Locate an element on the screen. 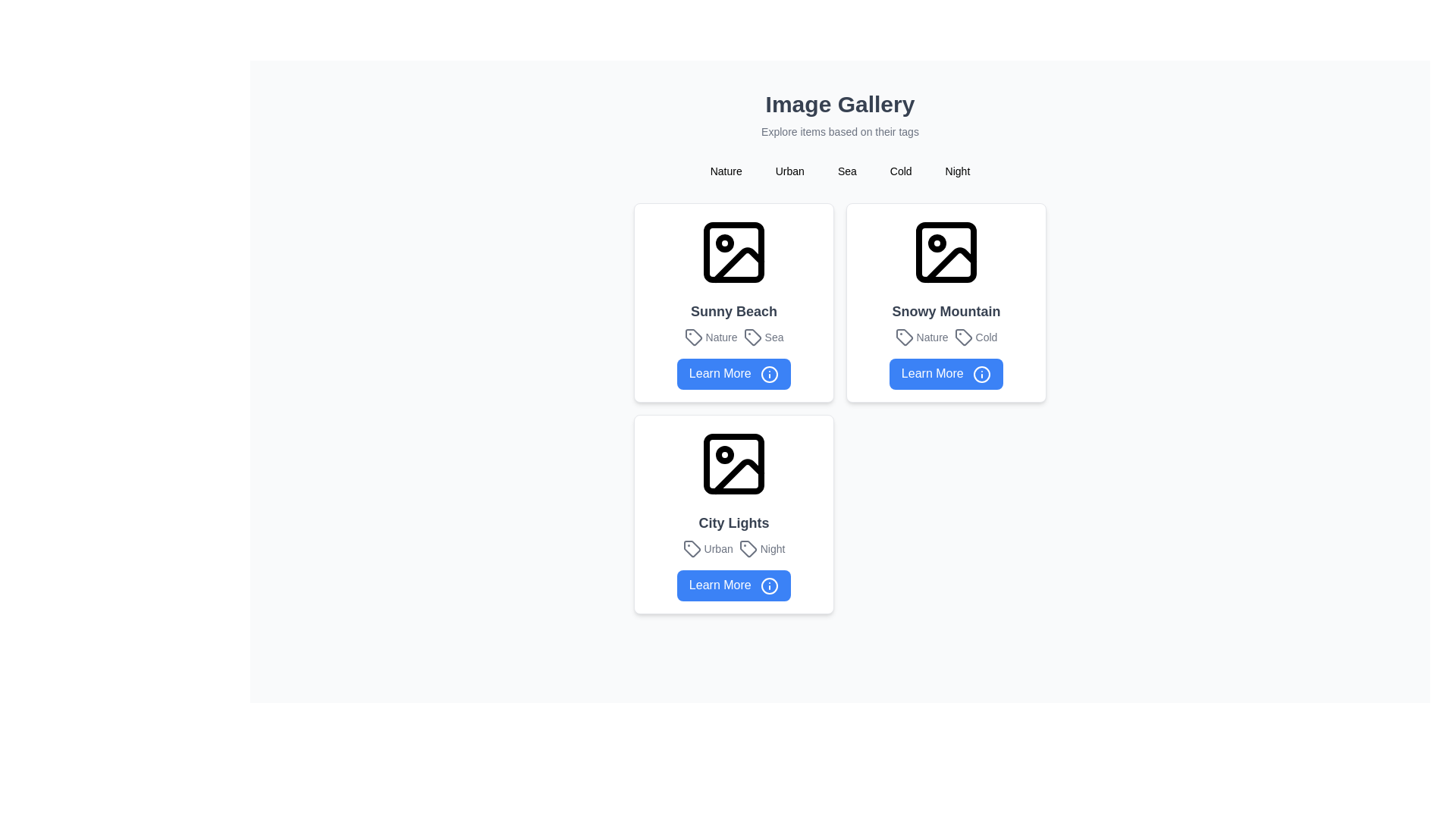 This screenshot has height=819, width=1456. the 'Night' filter button, which is the fifth item in a row of buttons including 'Nature', 'Urban', 'Sea', and 'Cold', to trigger its hover effects is located at coordinates (956, 171).